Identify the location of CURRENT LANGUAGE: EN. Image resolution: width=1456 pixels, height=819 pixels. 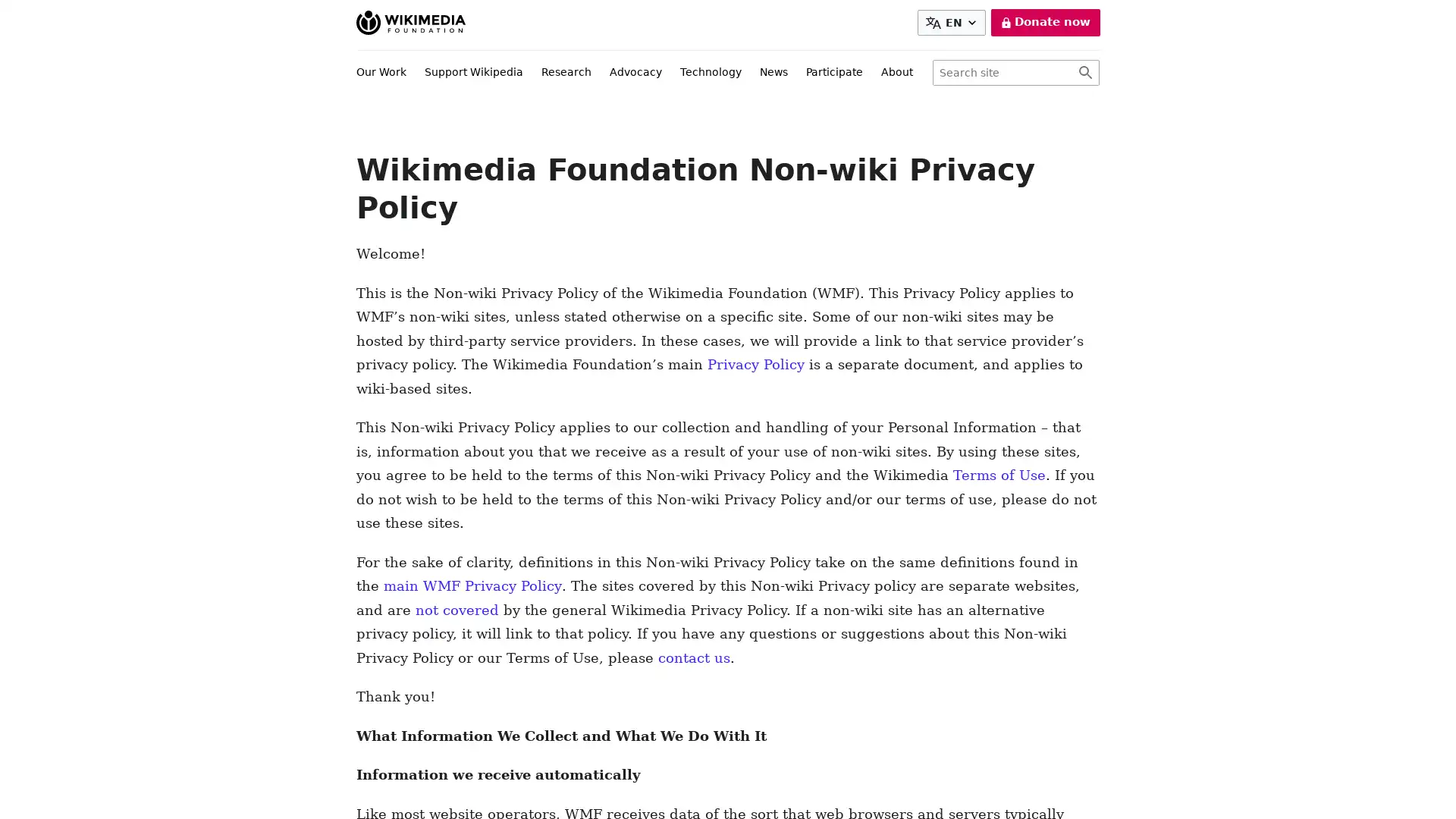
(953, 23).